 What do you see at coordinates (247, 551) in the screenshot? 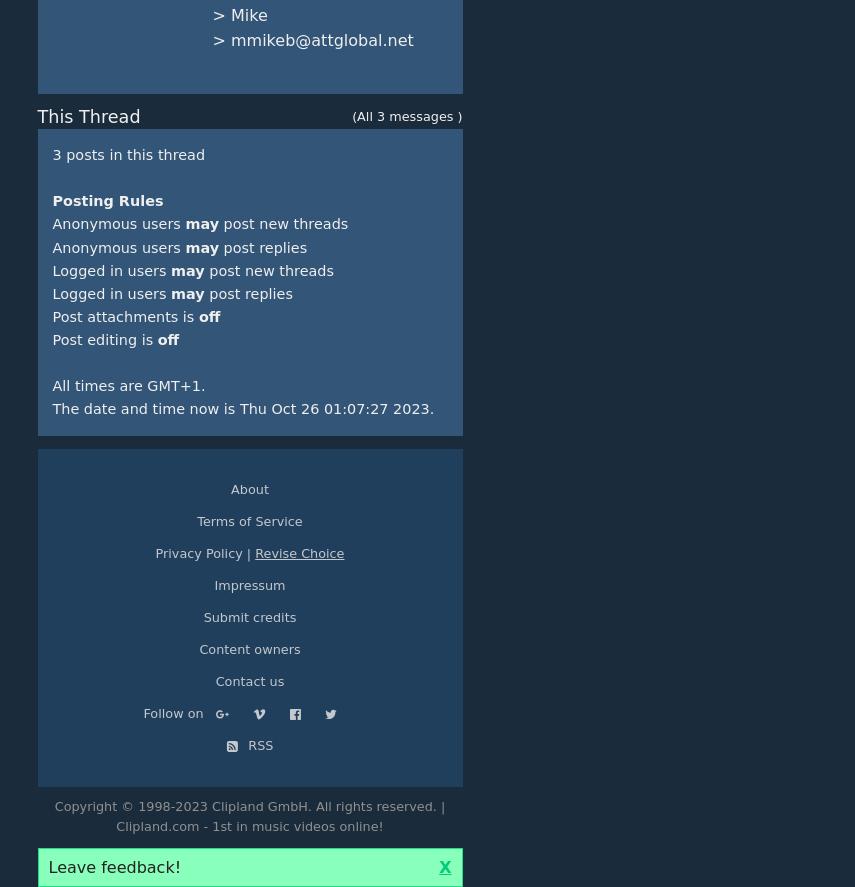
I see `'|'` at bounding box center [247, 551].